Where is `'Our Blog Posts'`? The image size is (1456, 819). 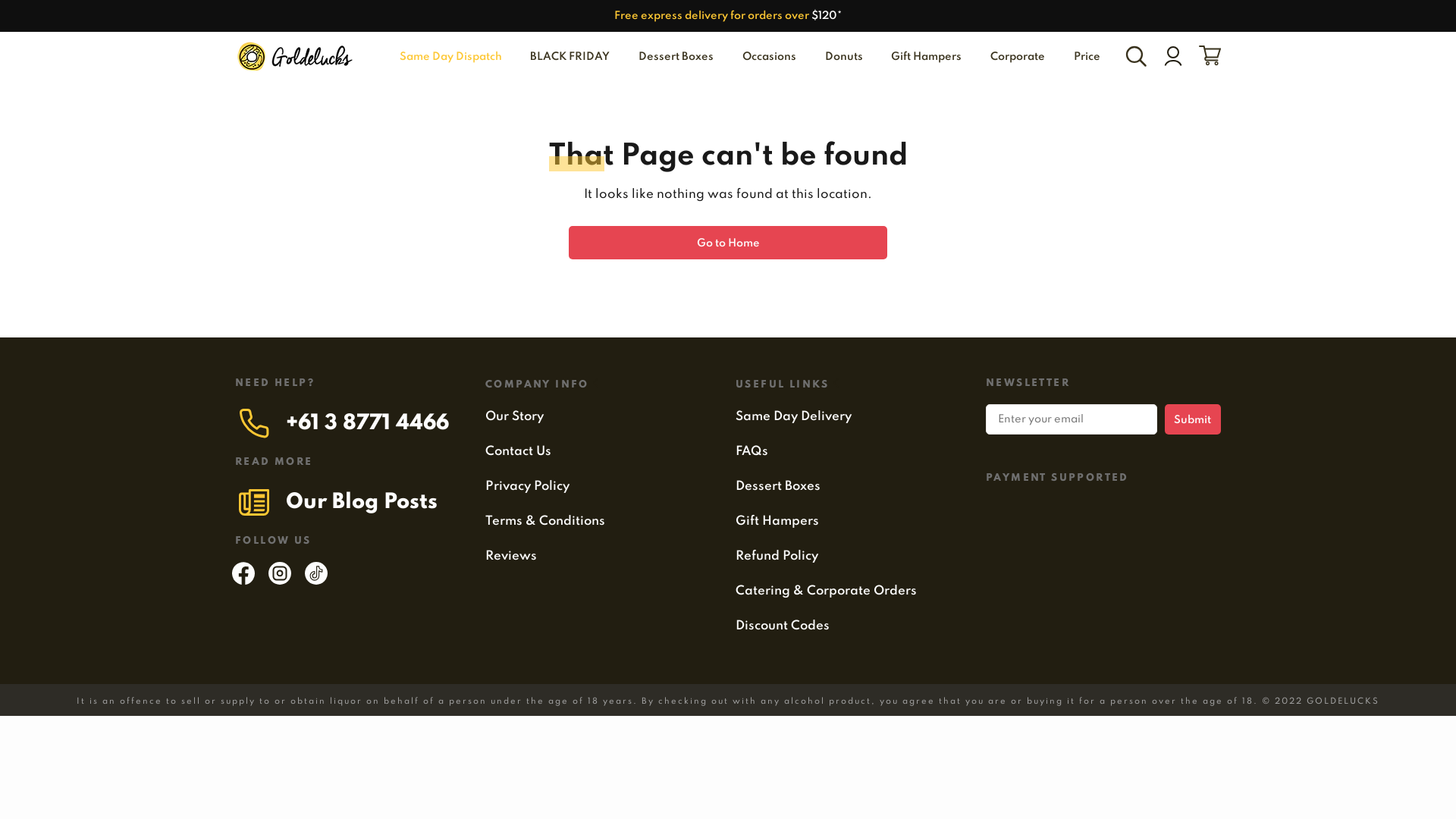
'Our Blog Posts' is located at coordinates (360, 501).